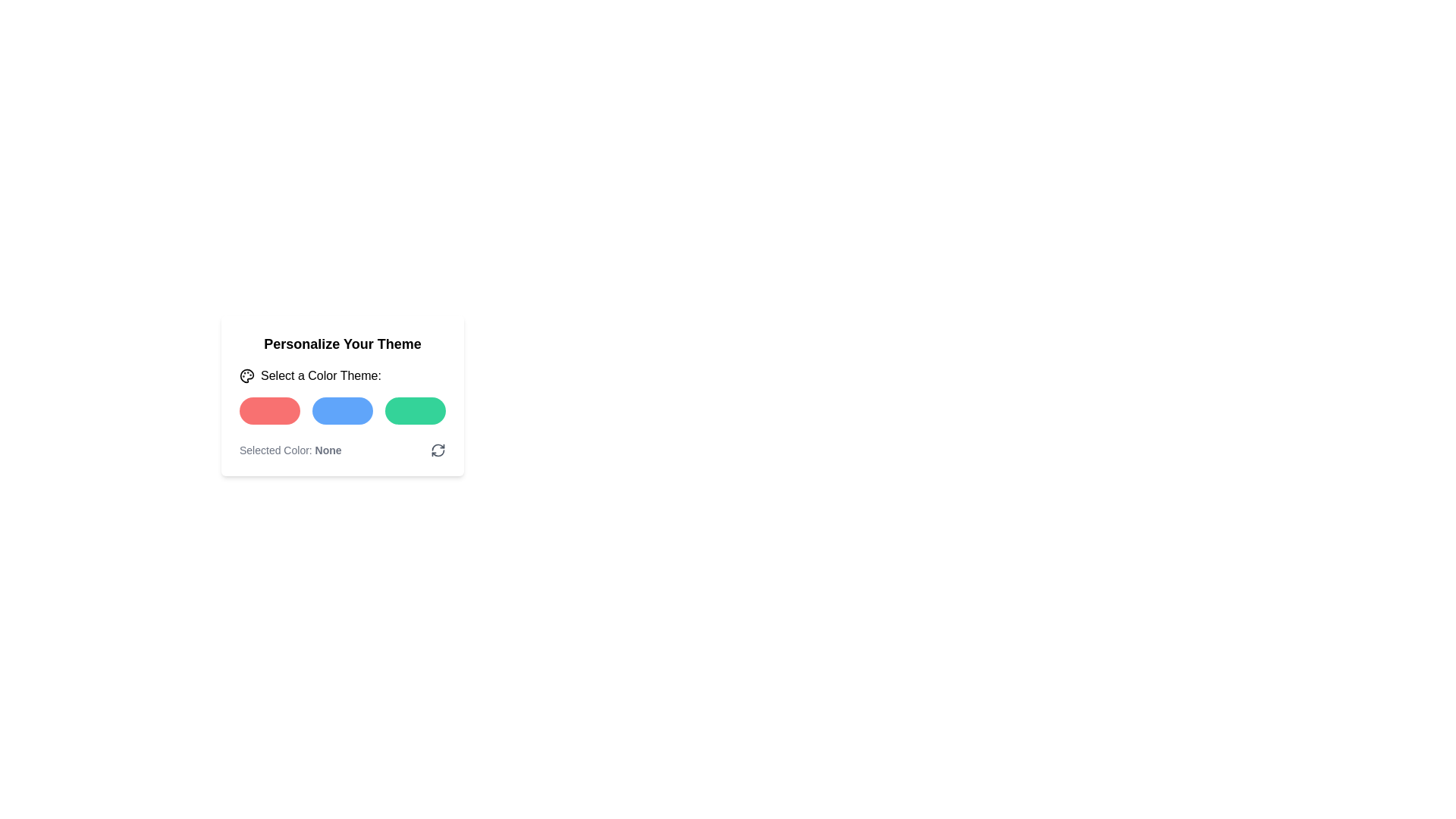  I want to click on the green color option button, which is a rounded rectangle with a green background located at the bottom center of the interface under the 'Select a Color Theme' section, so click(415, 411).